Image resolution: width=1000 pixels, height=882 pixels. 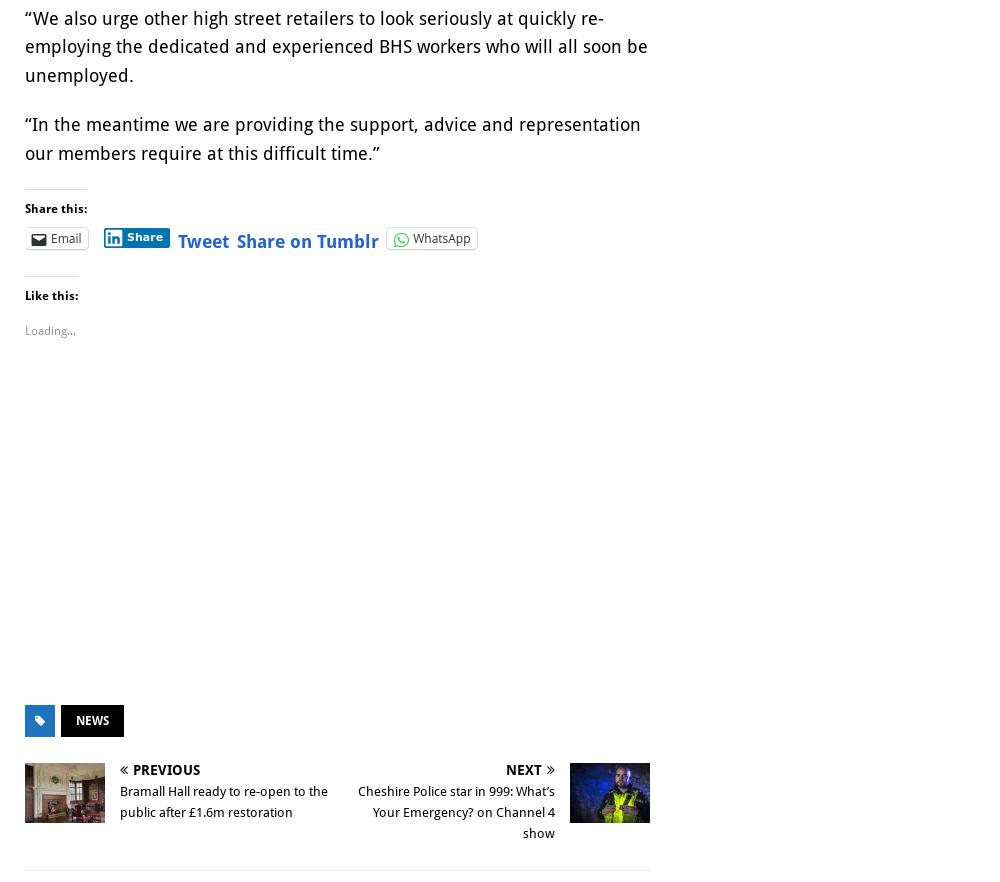 What do you see at coordinates (202, 240) in the screenshot?
I see `'Tweet'` at bounding box center [202, 240].